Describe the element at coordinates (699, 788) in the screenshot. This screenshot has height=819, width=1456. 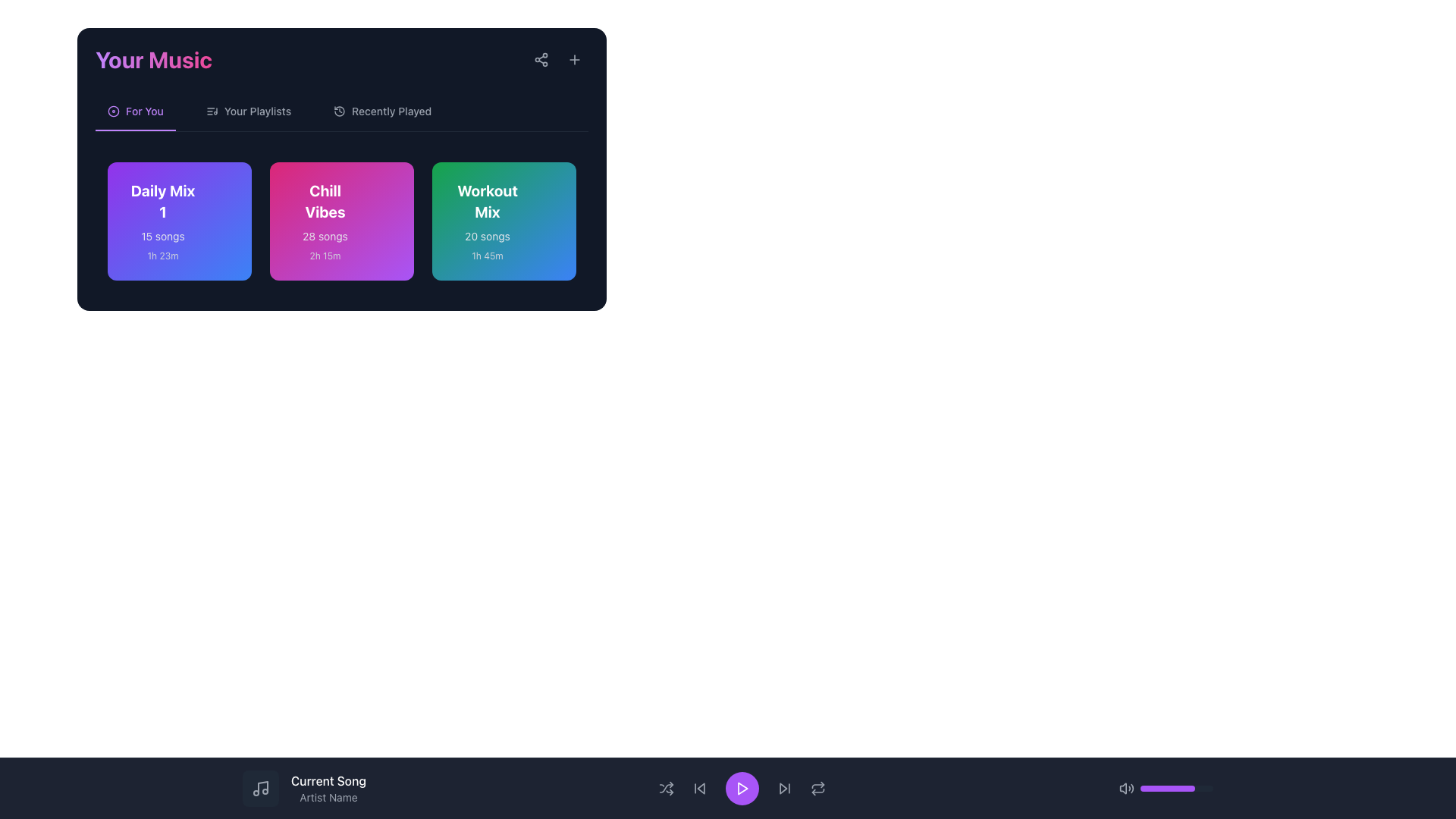
I see `the skip back button, the second icon from the left in the bottom playback controls bar` at that location.